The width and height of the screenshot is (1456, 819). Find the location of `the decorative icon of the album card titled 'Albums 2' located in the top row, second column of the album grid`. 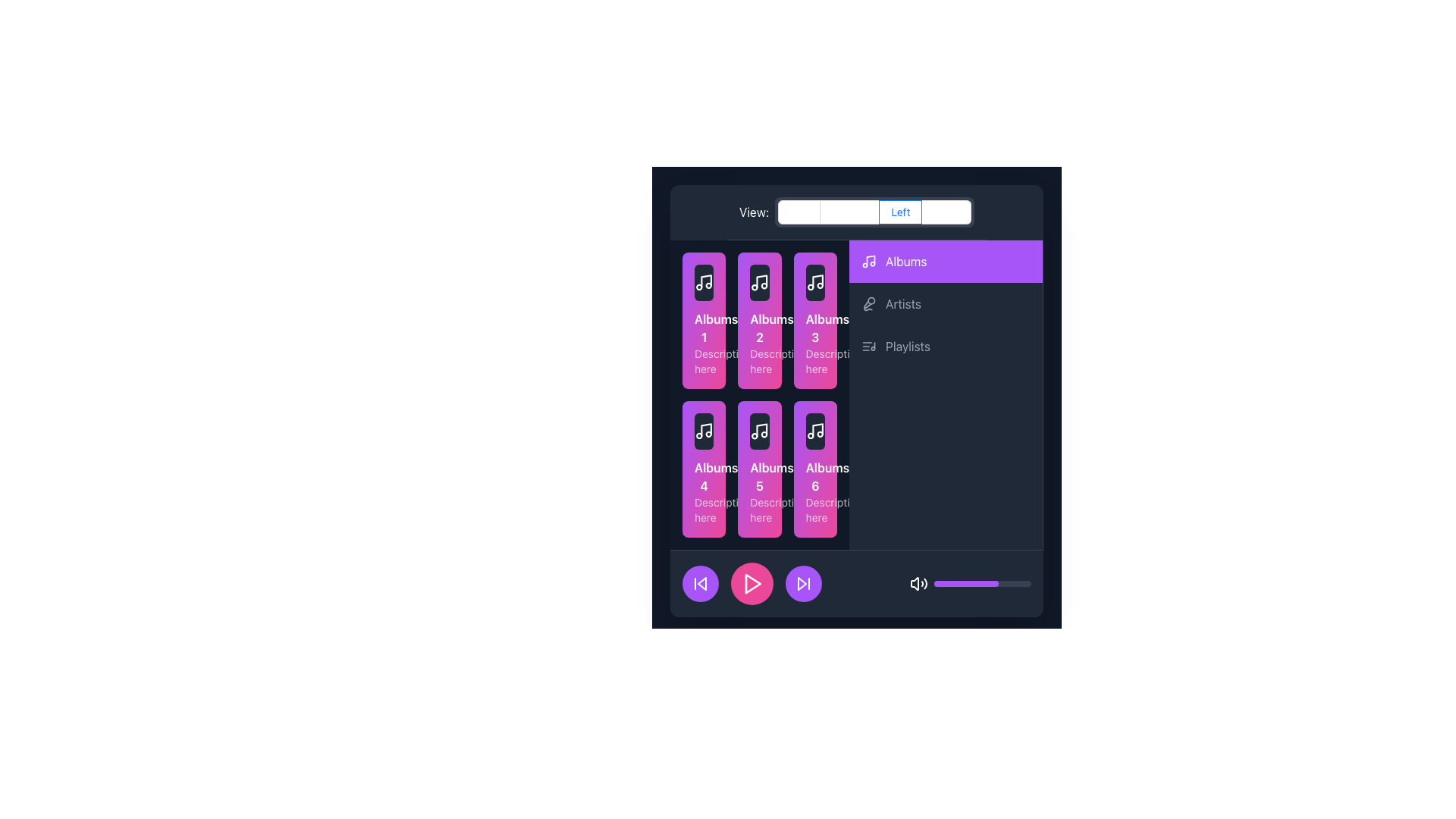

the decorative icon of the album card titled 'Albums 2' located in the top row, second column of the album grid is located at coordinates (760, 283).